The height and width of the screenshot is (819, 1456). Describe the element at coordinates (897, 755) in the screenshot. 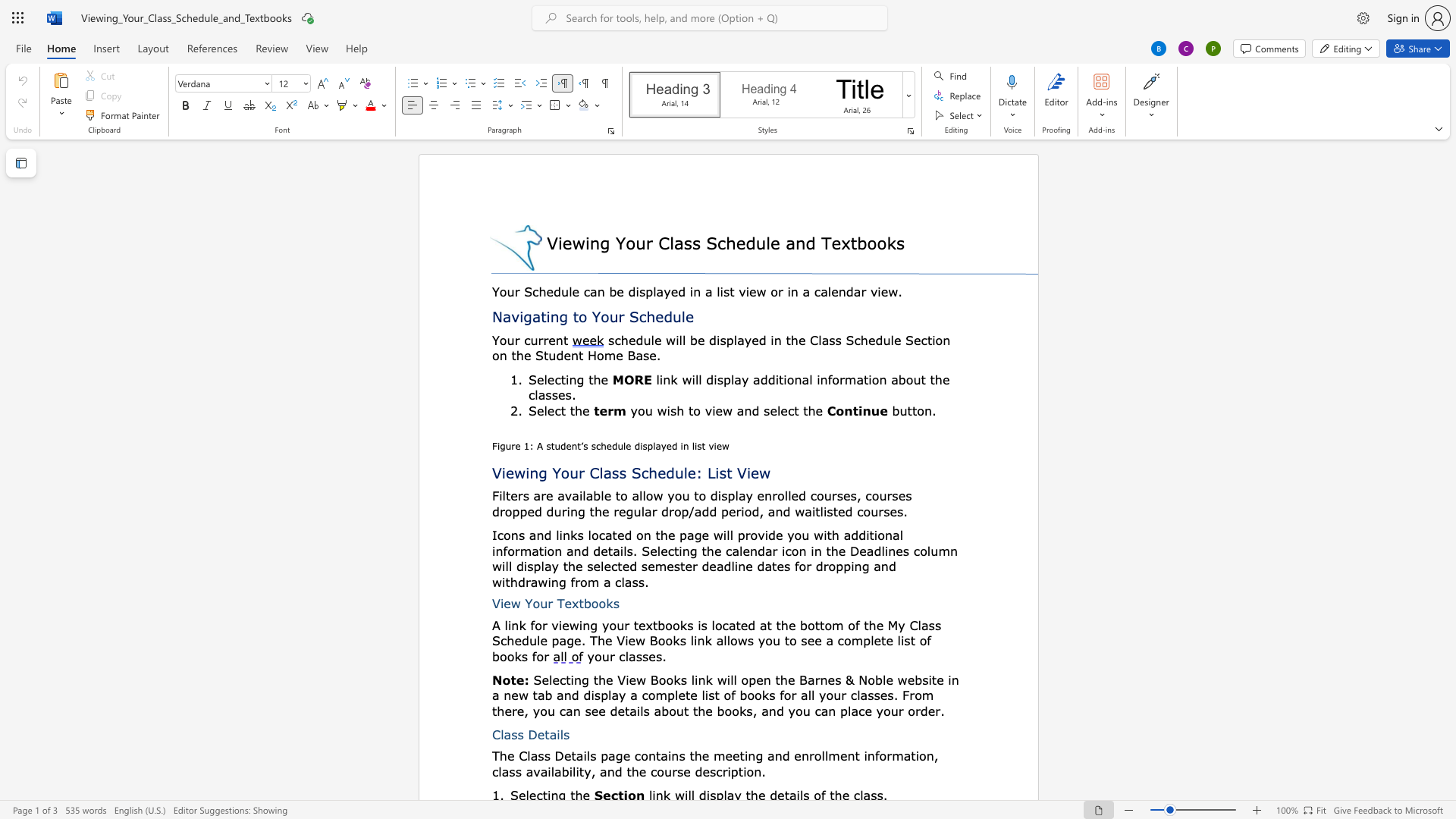

I see `the 3th character "m" in the text` at that location.